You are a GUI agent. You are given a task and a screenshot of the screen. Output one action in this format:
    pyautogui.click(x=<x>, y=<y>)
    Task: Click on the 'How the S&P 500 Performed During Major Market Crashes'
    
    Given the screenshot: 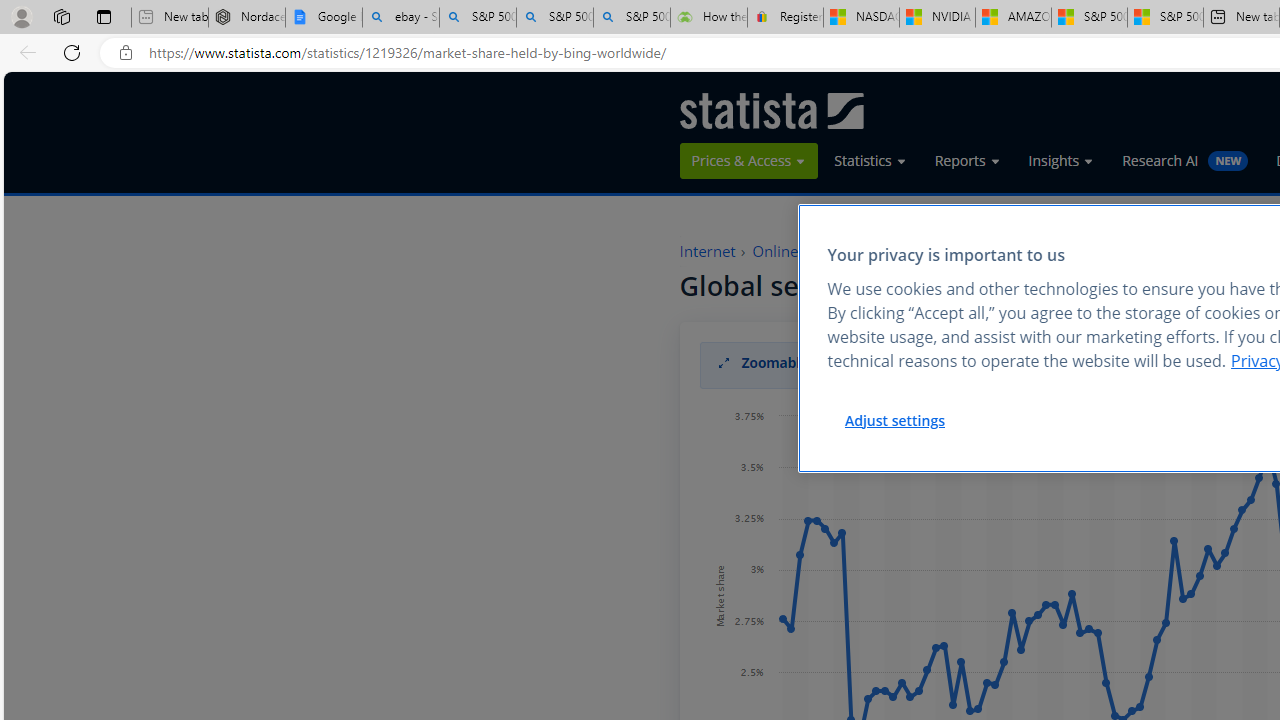 What is the action you would take?
    pyautogui.click(x=709, y=17)
    